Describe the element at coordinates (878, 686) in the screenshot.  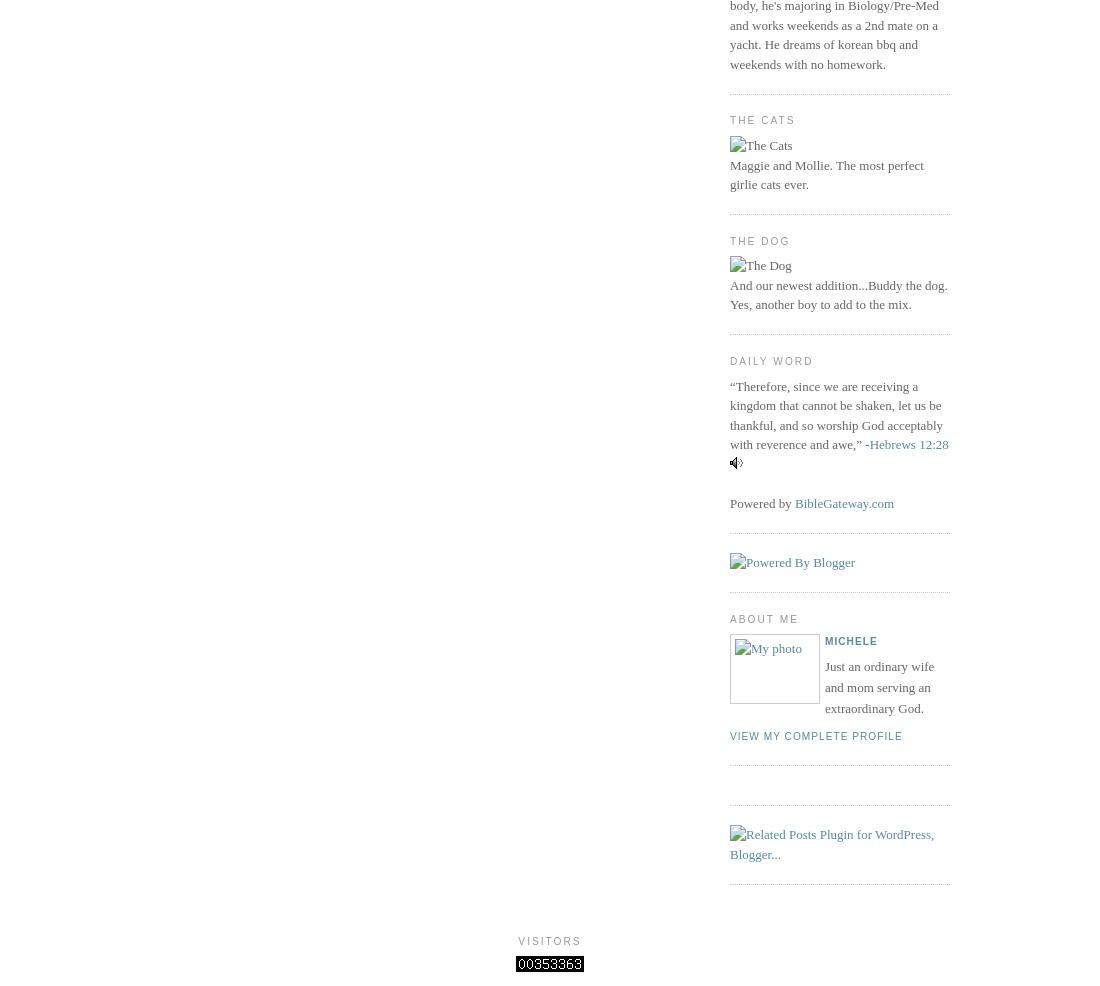
I see `'Just an ordinary wife and mom serving an extraordinary God.'` at that location.